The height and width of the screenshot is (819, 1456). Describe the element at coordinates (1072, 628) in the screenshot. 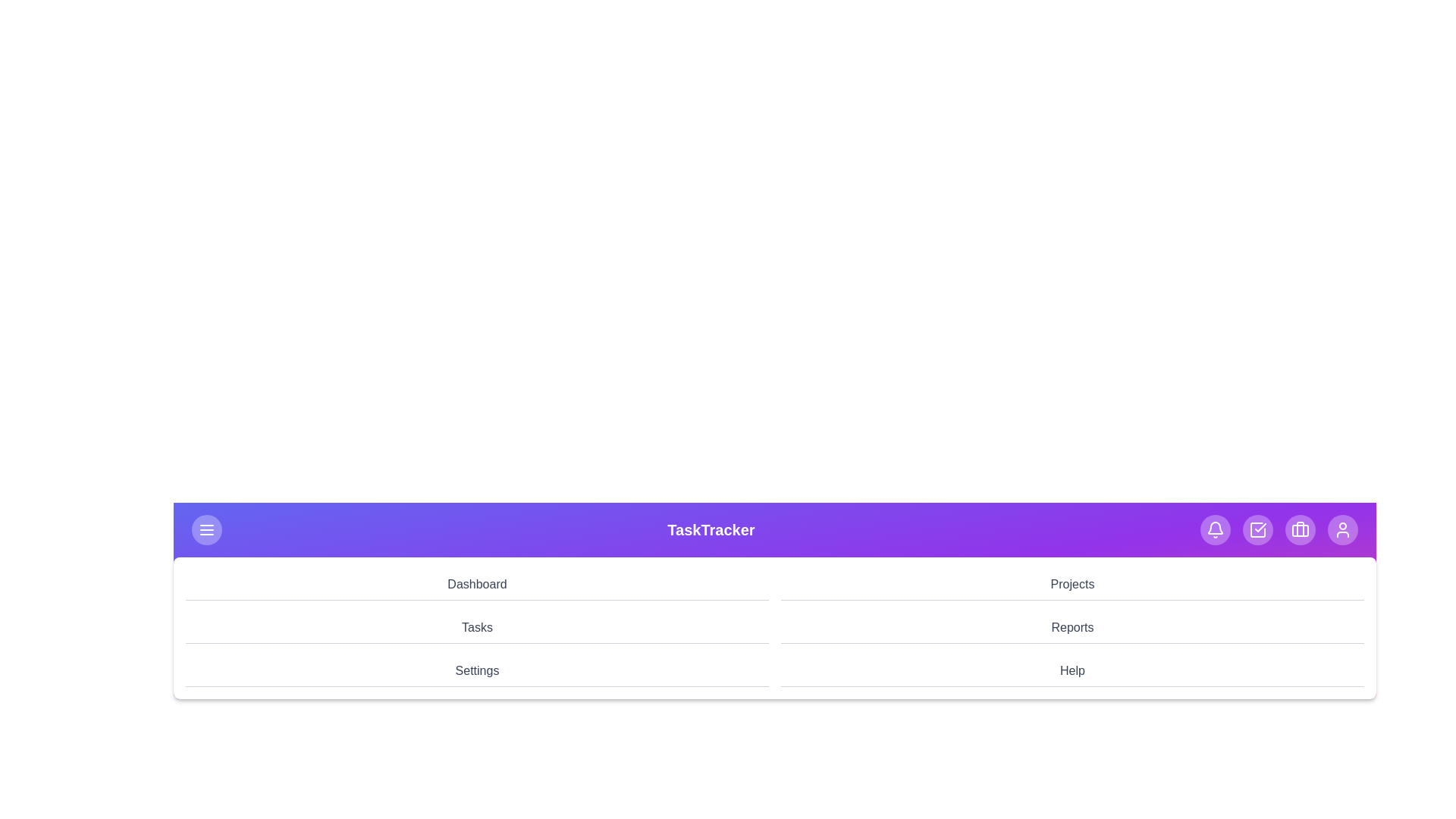

I see `the navigation menu item Reports` at that location.